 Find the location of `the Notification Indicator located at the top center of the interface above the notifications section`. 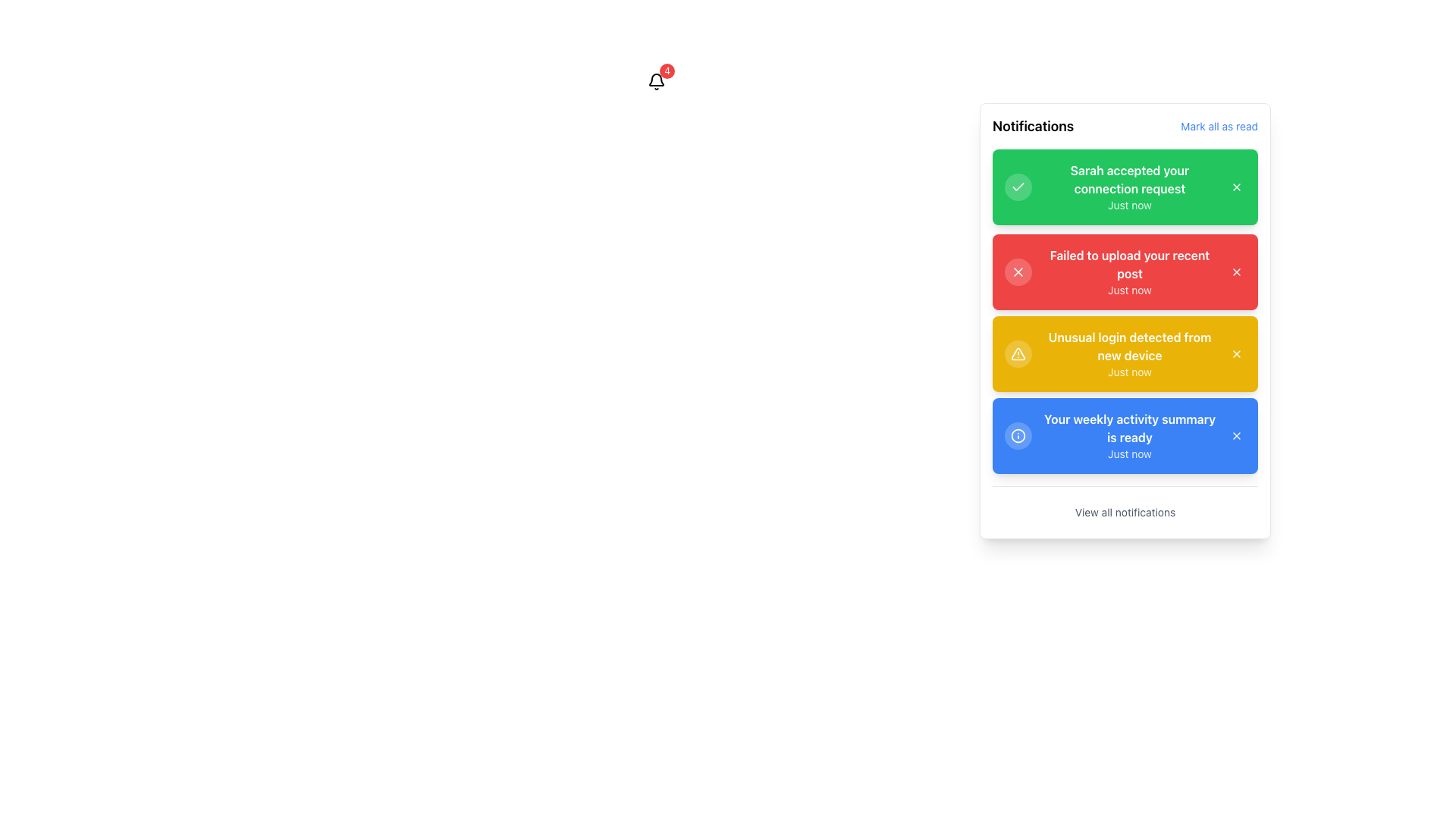

the Notification Indicator located at the top center of the interface above the notifications section is located at coordinates (656, 82).